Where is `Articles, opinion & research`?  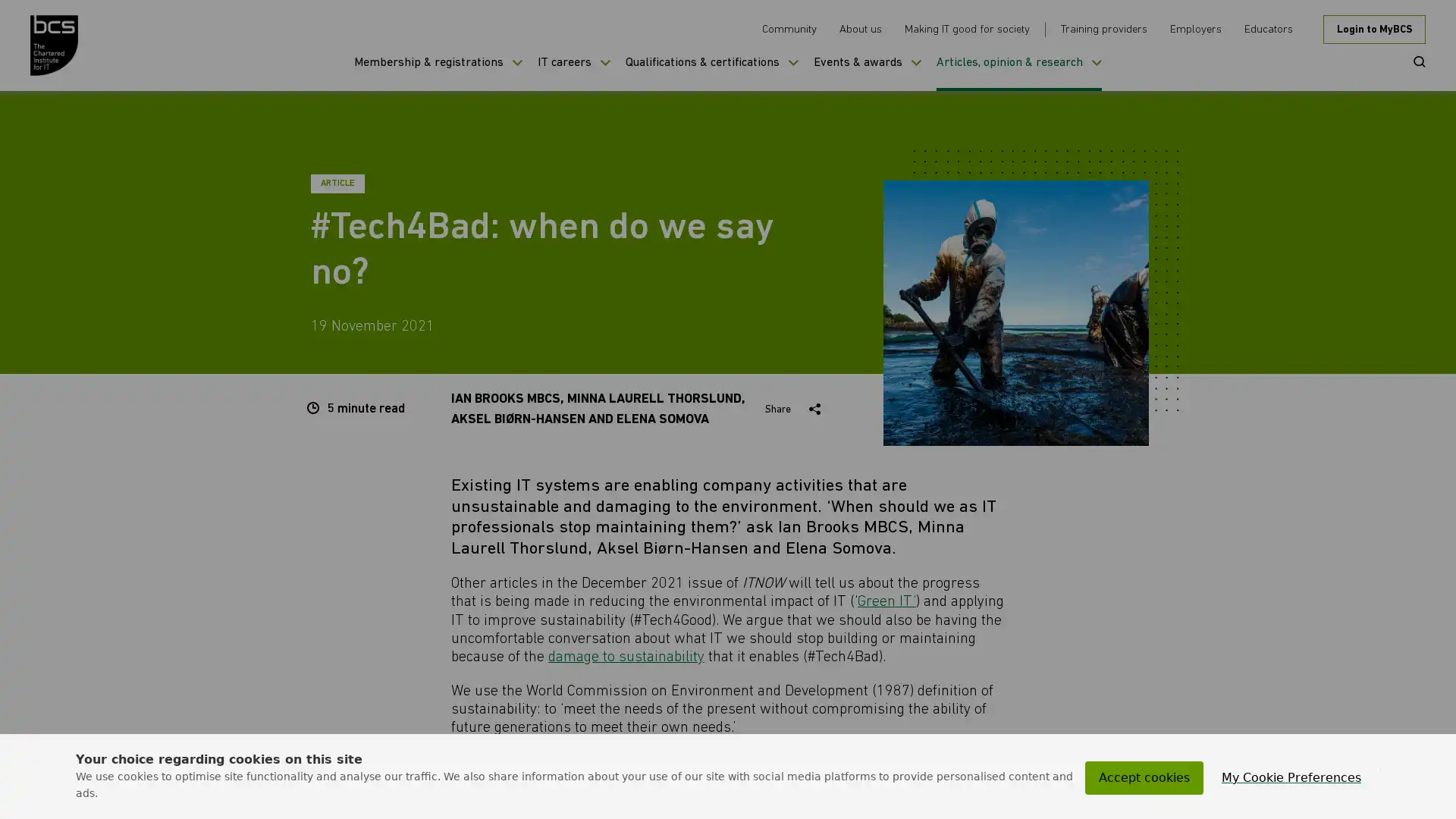
Articles, opinion & research is located at coordinates (1019, 73).